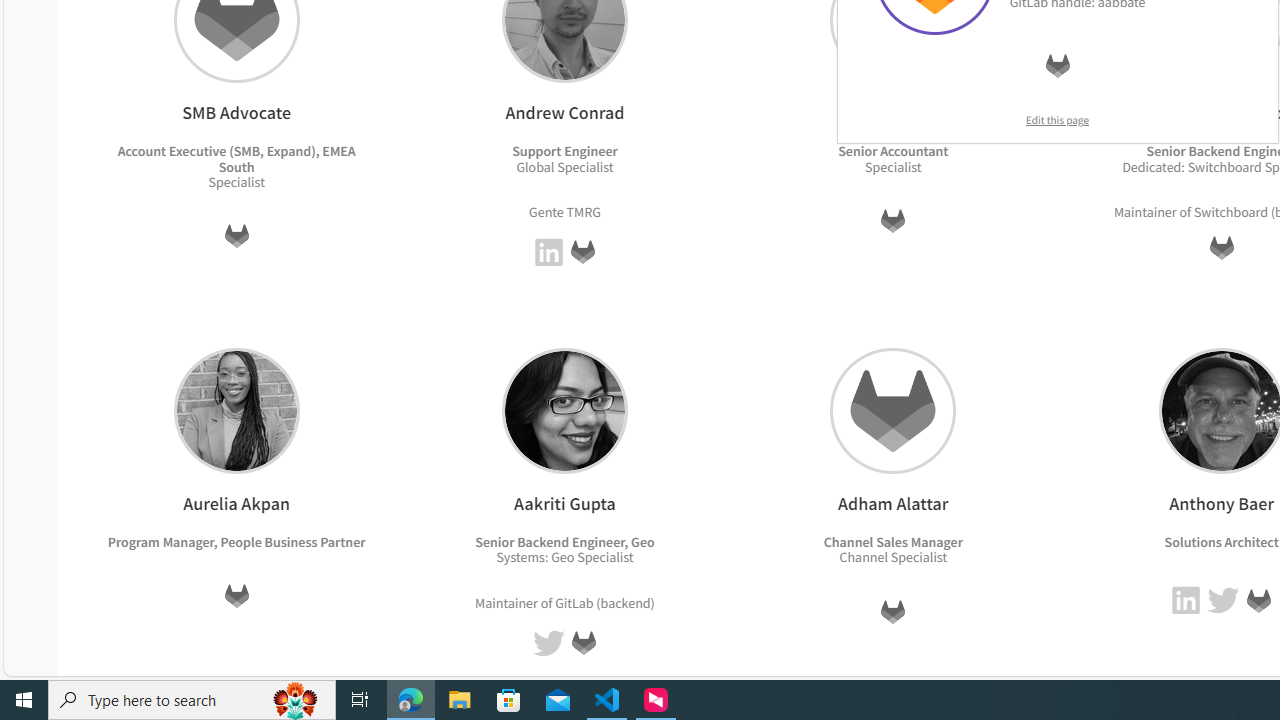 The image size is (1280, 720). What do you see at coordinates (506, 601) in the screenshot?
I see `'Maintainer'` at bounding box center [506, 601].